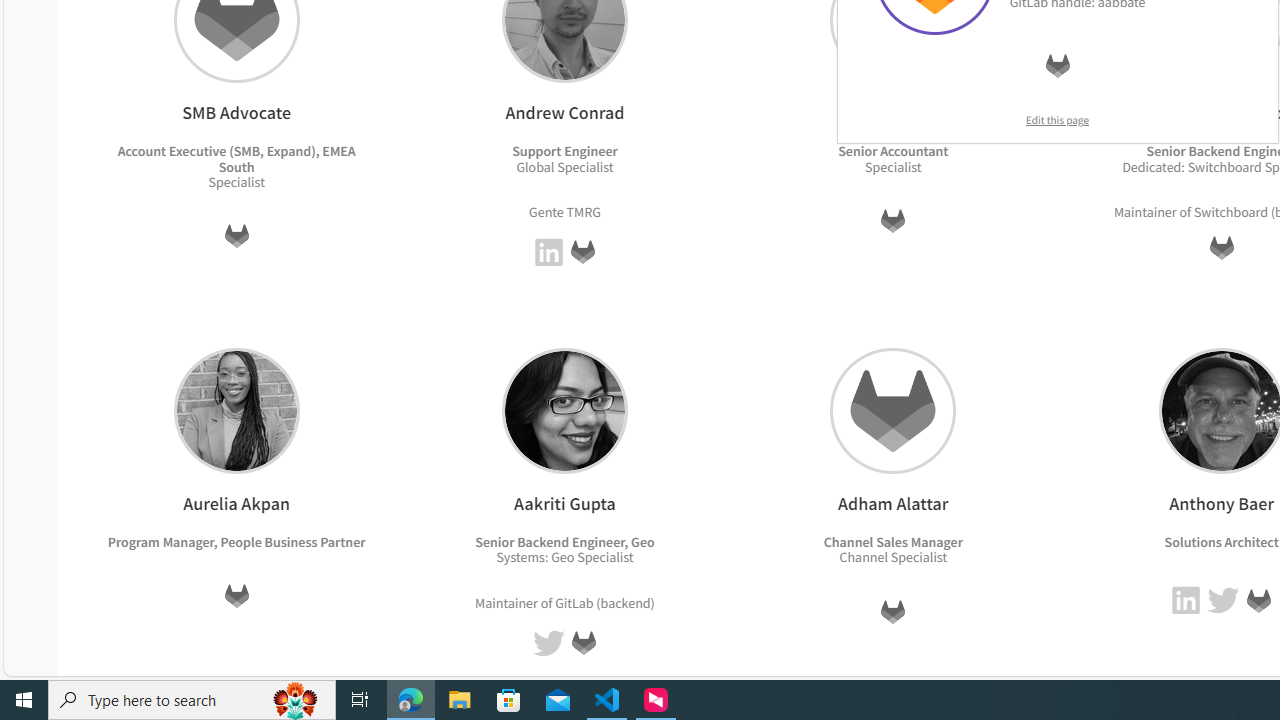 The image size is (1280, 720). What do you see at coordinates (506, 601) in the screenshot?
I see `'Maintainer'` at bounding box center [506, 601].